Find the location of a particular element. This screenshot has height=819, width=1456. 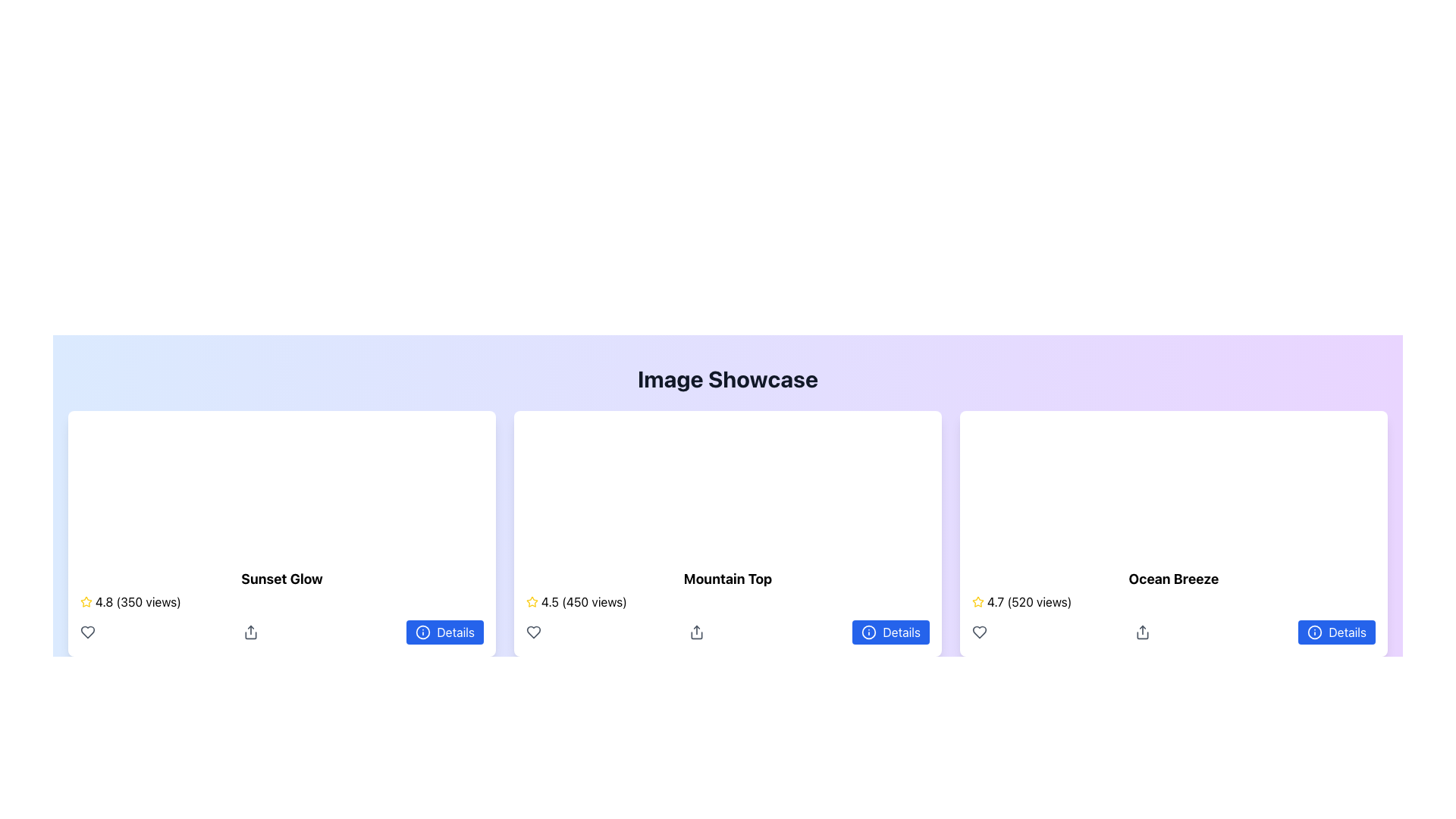

the heart-shaped icon located at the bottom left of the 'Mountain Top' card is located at coordinates (534, 632).